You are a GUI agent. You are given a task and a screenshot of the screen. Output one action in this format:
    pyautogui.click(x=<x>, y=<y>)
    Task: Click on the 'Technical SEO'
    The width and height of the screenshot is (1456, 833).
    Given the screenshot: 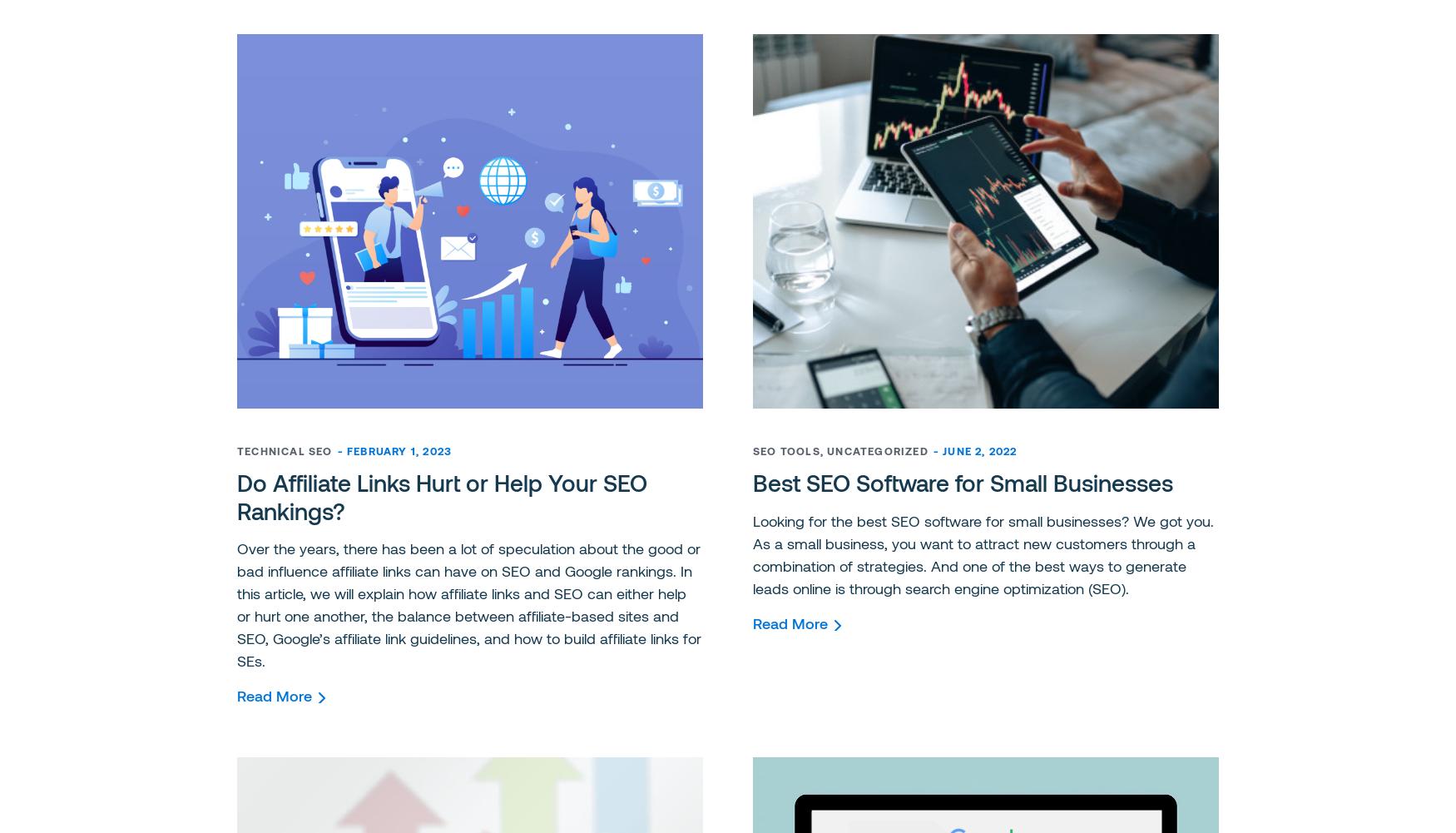 What is the action you would take?
    pyautogui.click(x=284, y=450)
    